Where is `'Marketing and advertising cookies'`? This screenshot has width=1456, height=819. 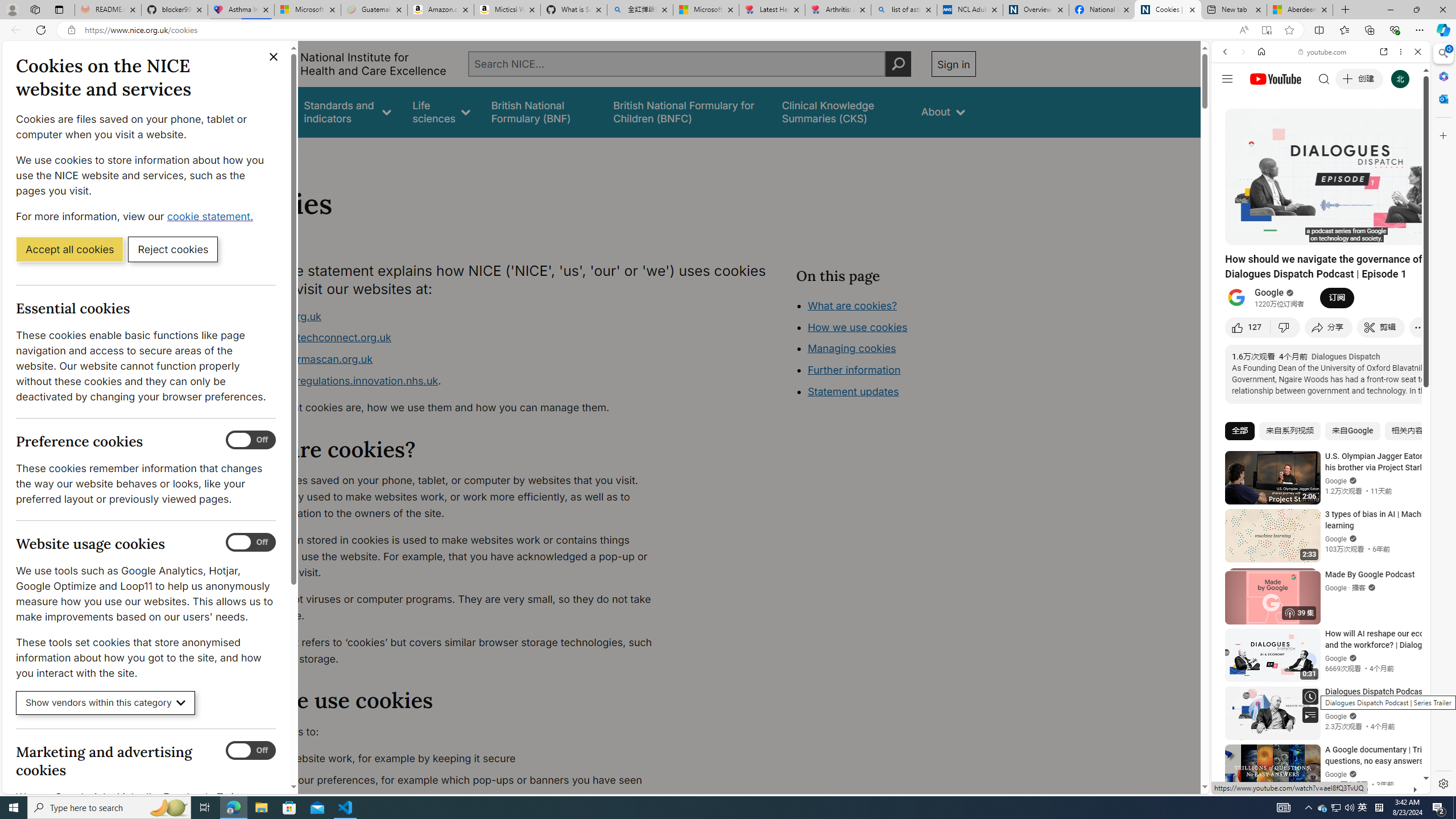
'Marketing and advertising cookies' is located at coordinates (250, 751).